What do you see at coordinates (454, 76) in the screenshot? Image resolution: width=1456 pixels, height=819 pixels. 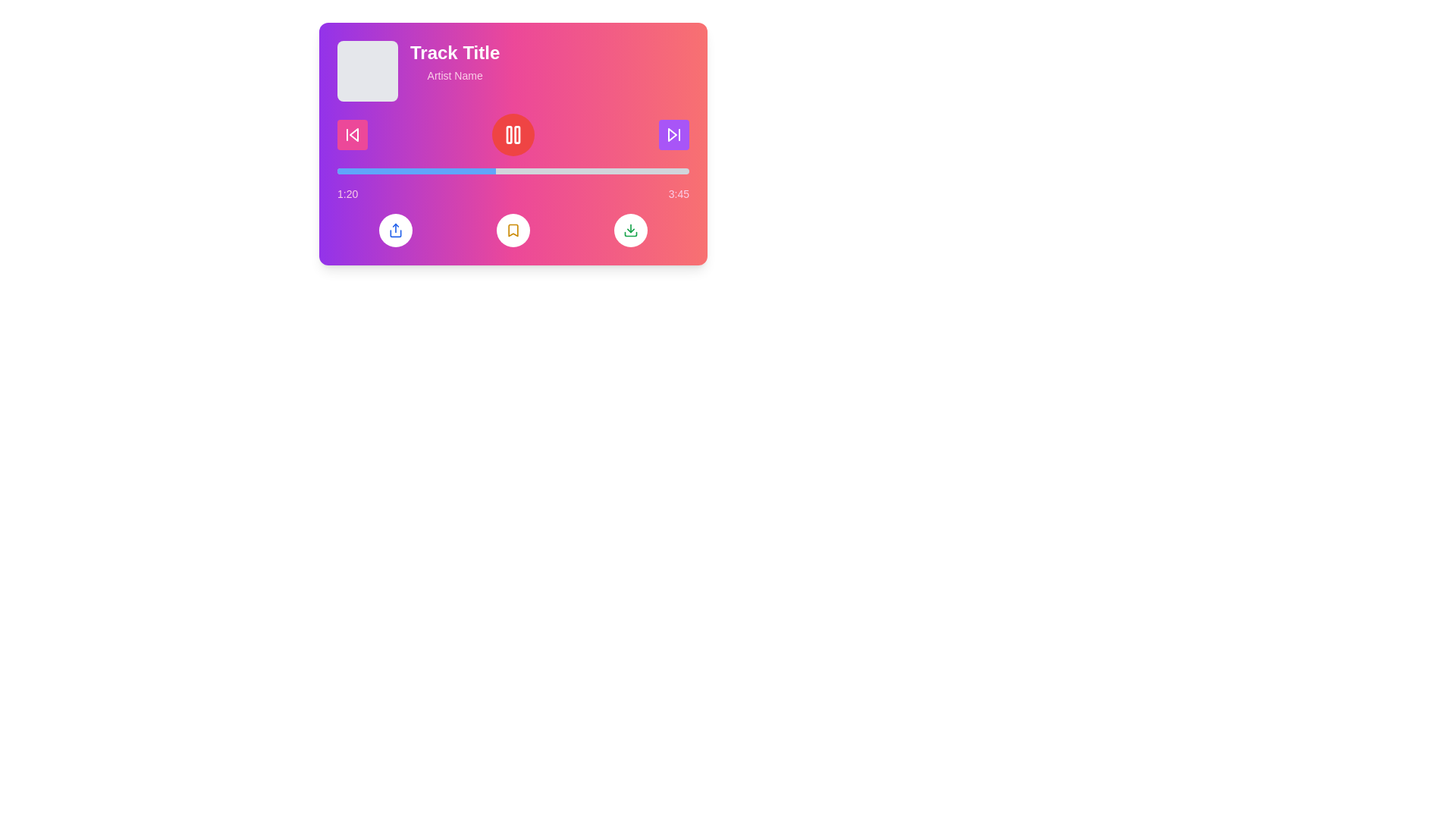 I see `the static text label displaying the artist's name, which is positioned beneath the 'Track Title' in the music player interface` at bounding box center [454, 76].